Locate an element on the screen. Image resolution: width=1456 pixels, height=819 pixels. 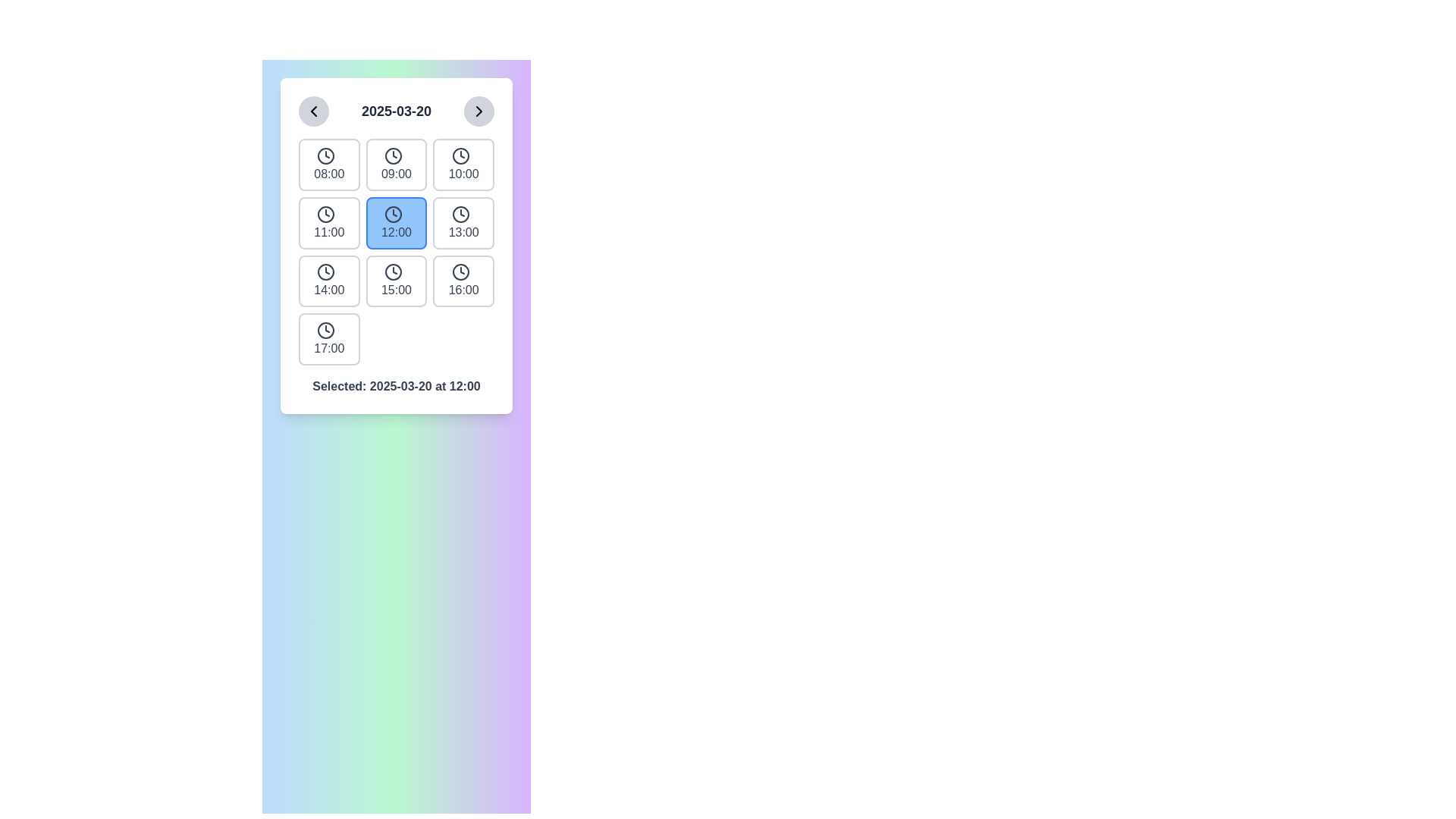
the circular clock icon representing the time selection indicator for '14:00', located in the third row and first column of the grid layout is located at coordinates (325, 271).